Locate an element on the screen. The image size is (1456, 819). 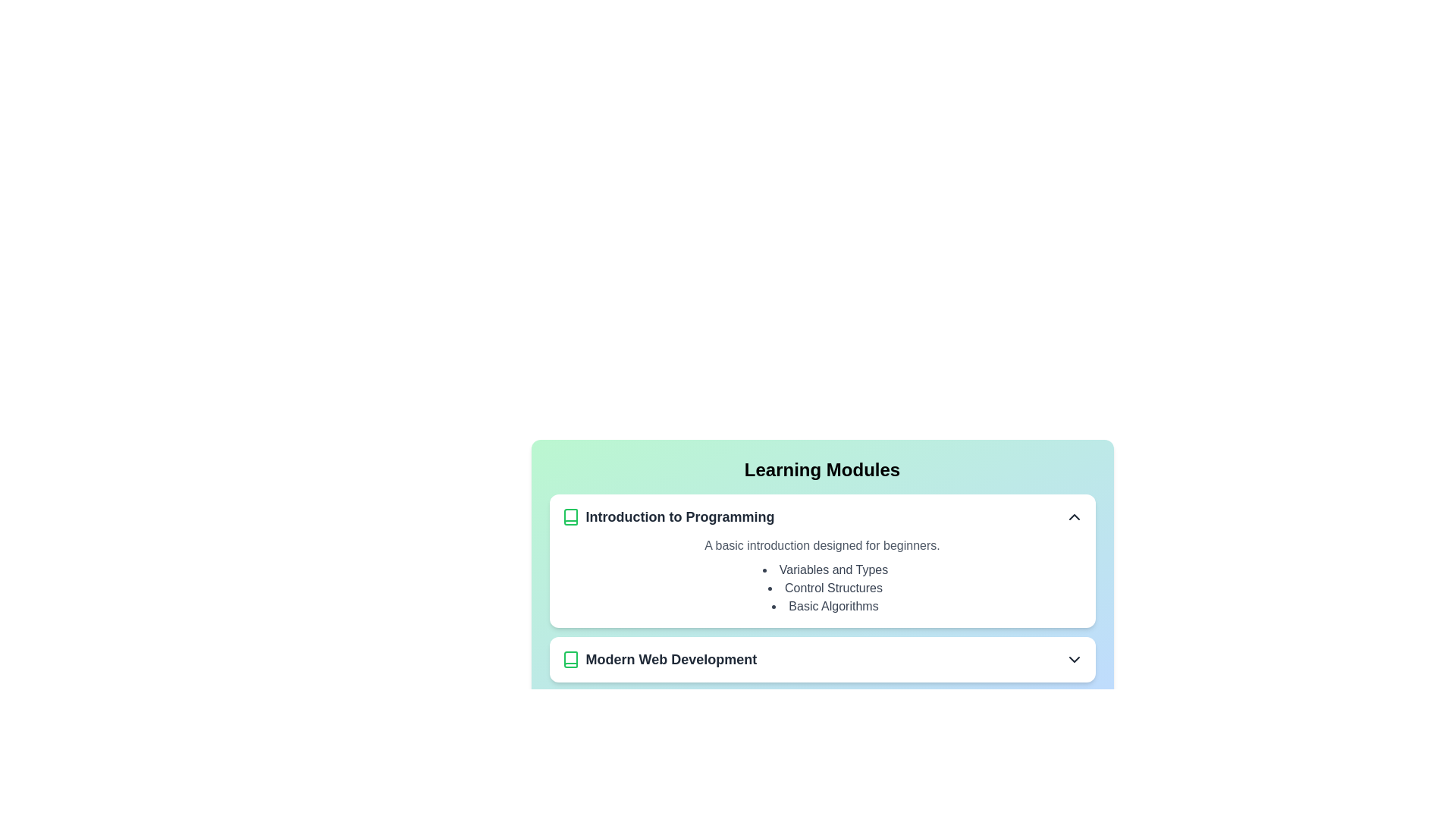
the individual topics in the 'Introduction to Programming' Collapsible Section is located at coordinates (821, 587).